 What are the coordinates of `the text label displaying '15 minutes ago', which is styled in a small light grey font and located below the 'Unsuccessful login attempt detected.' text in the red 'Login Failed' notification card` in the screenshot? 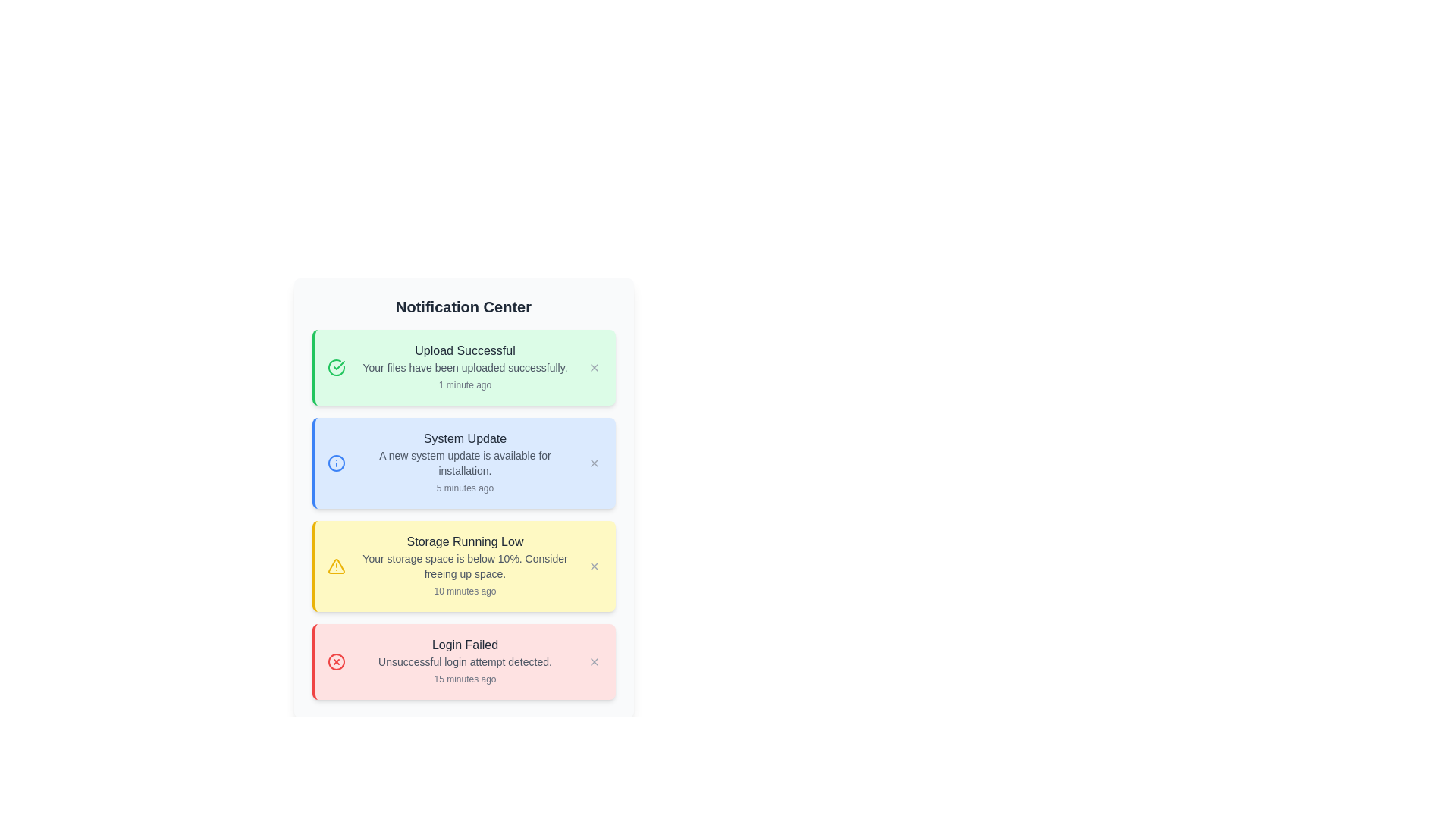 It's located at (464, 678).